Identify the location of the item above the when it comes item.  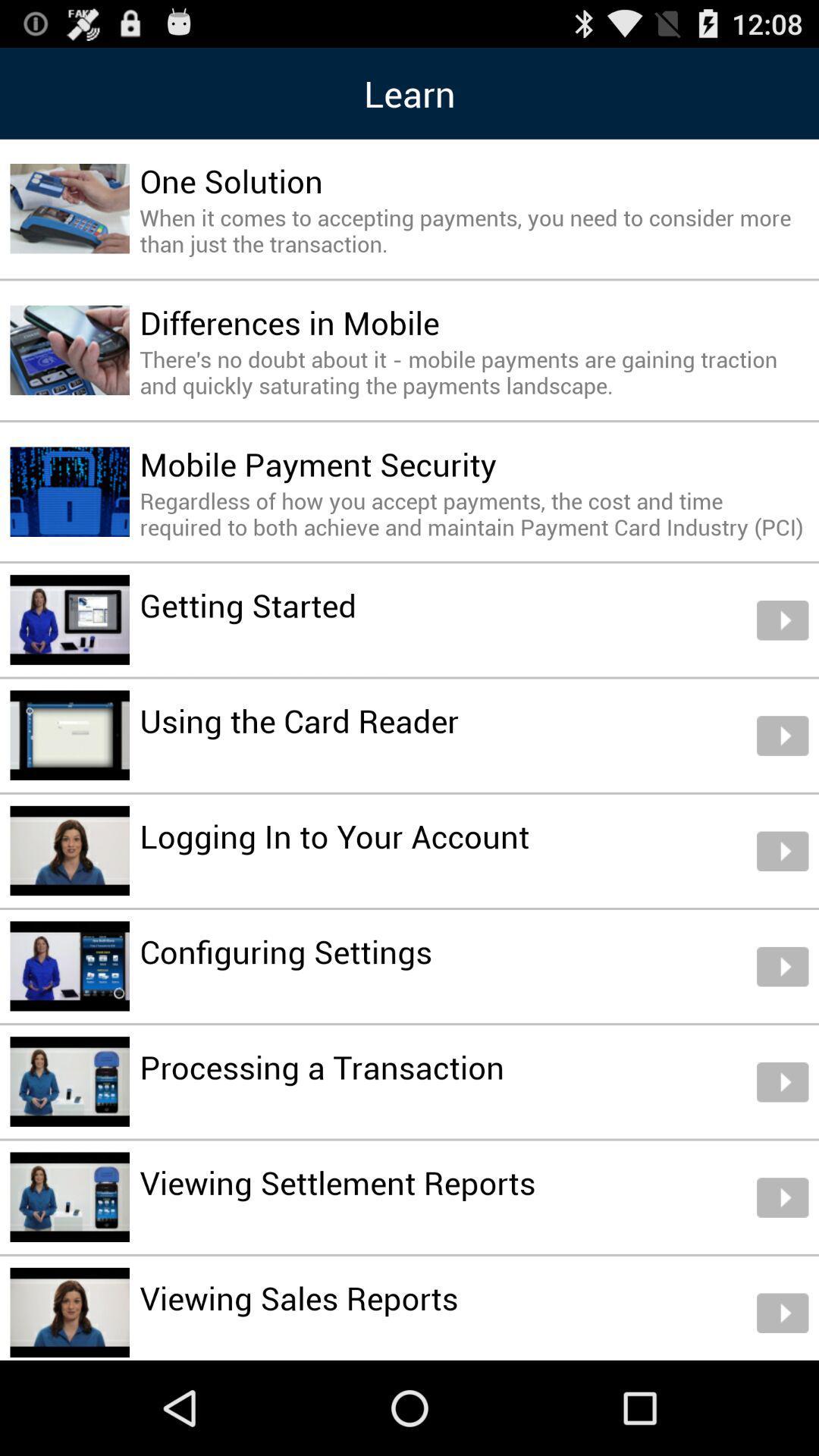
(231, 180).